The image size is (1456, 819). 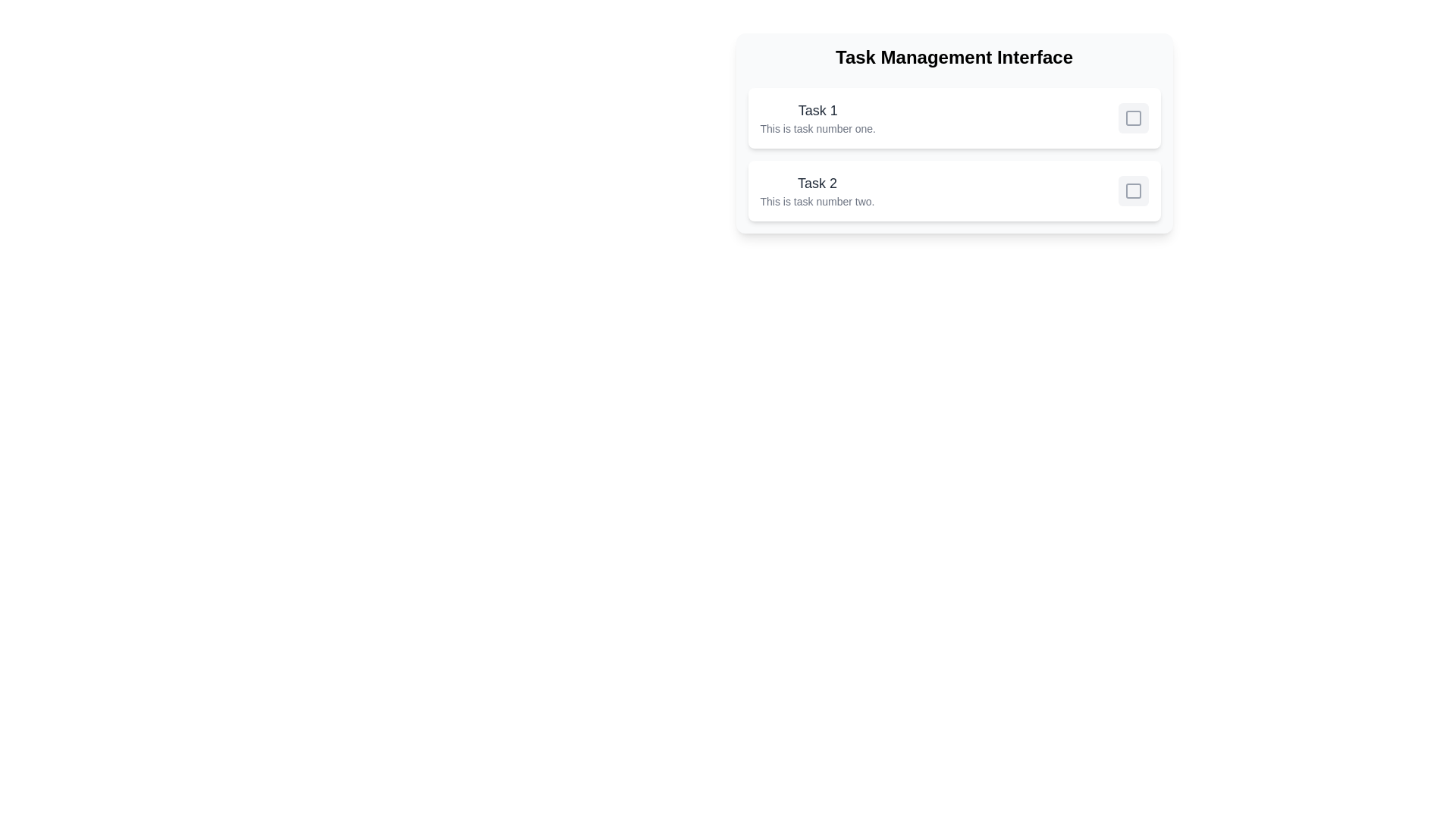 What do you see at coordinates (817, 117) in the screenshot?
I see `the Text display element that provides a descriptive title and summary for the task in the task management interface to use this text as a reference for performing further tasks` at bounding box center [817, 117].